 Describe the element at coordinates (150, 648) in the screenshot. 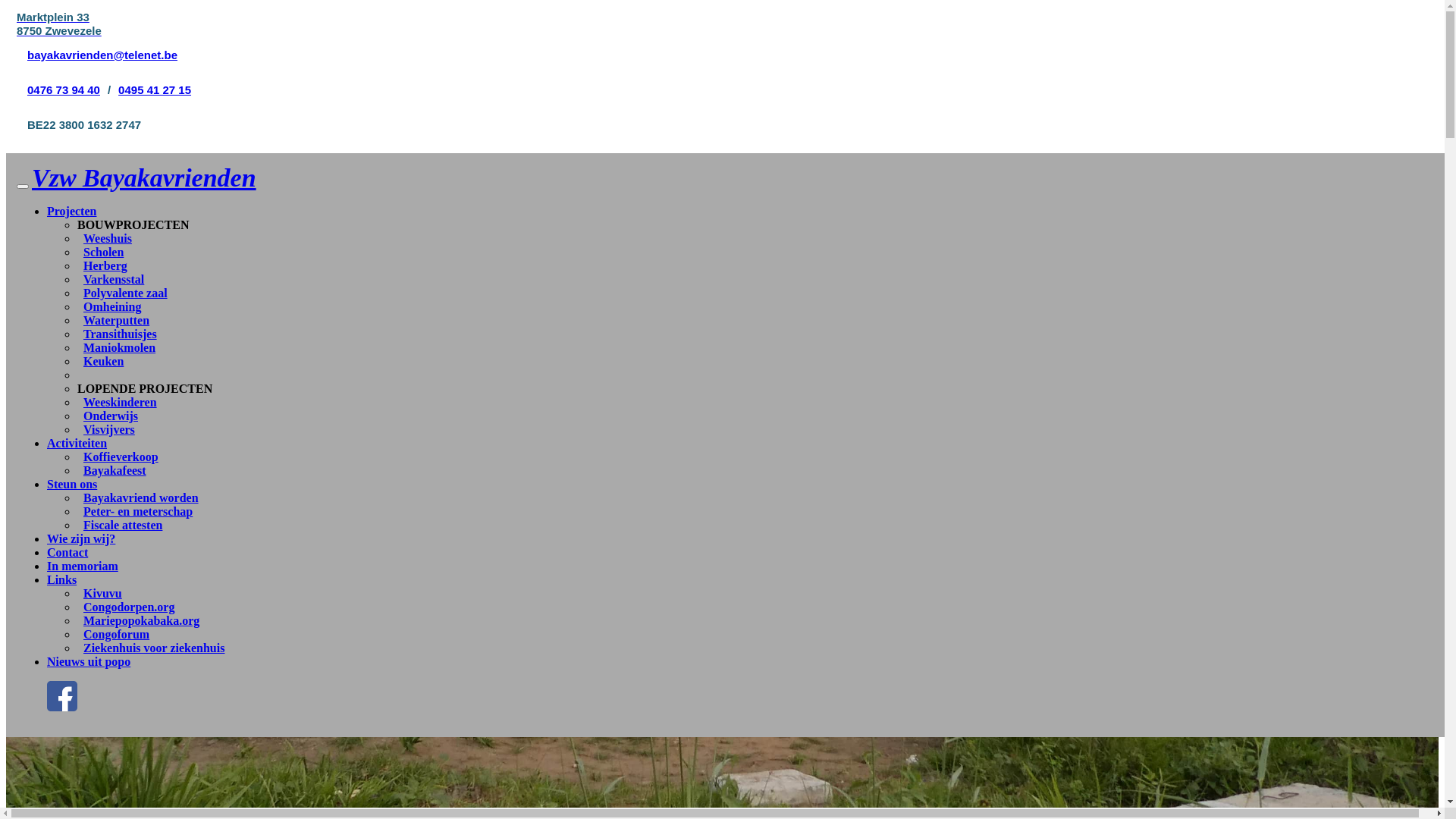

I see `'Ziekenhuis voor ziekenhuis'` at that location.